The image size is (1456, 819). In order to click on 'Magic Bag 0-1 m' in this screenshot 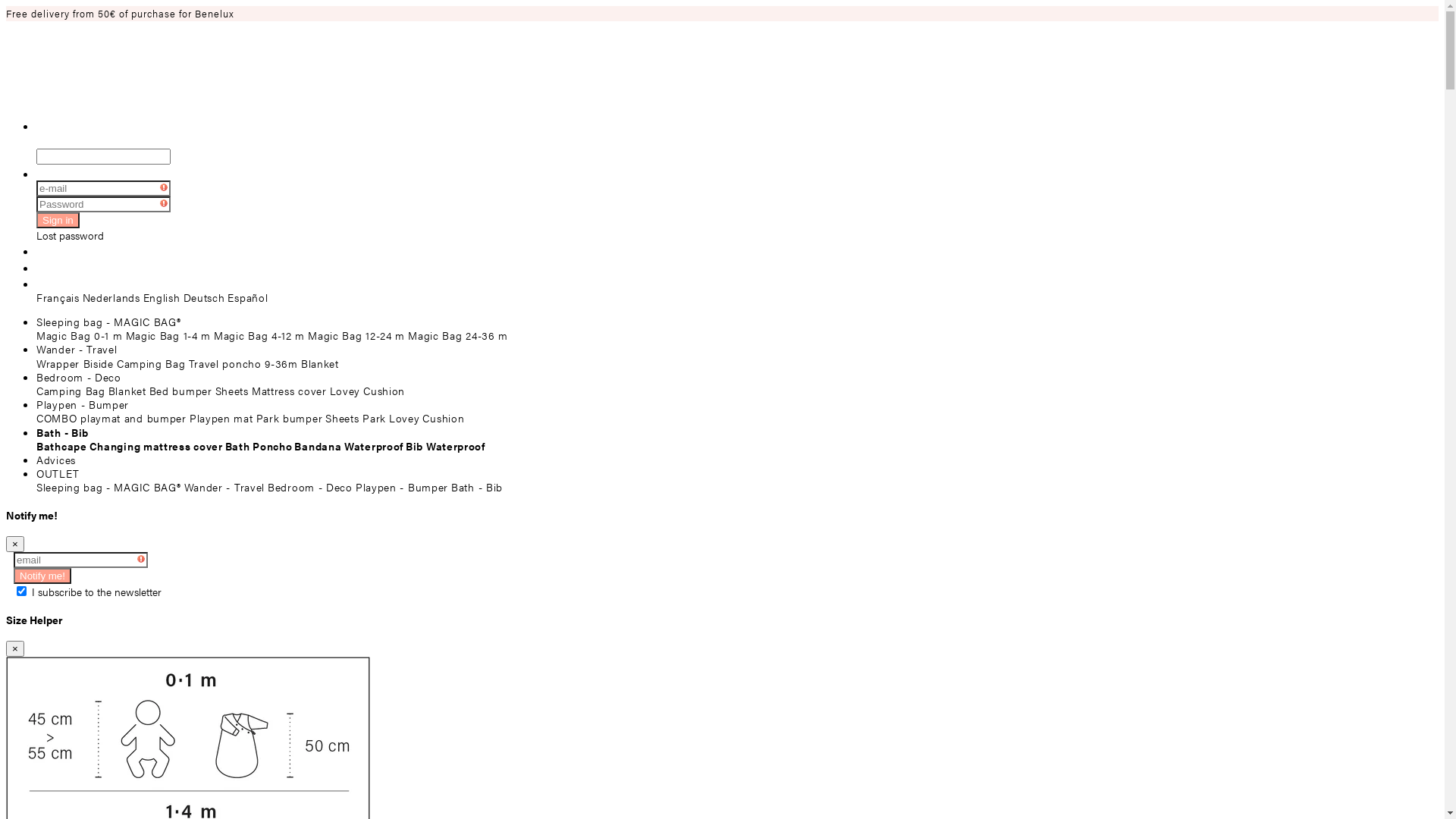, I will do `click(79, 334)`.